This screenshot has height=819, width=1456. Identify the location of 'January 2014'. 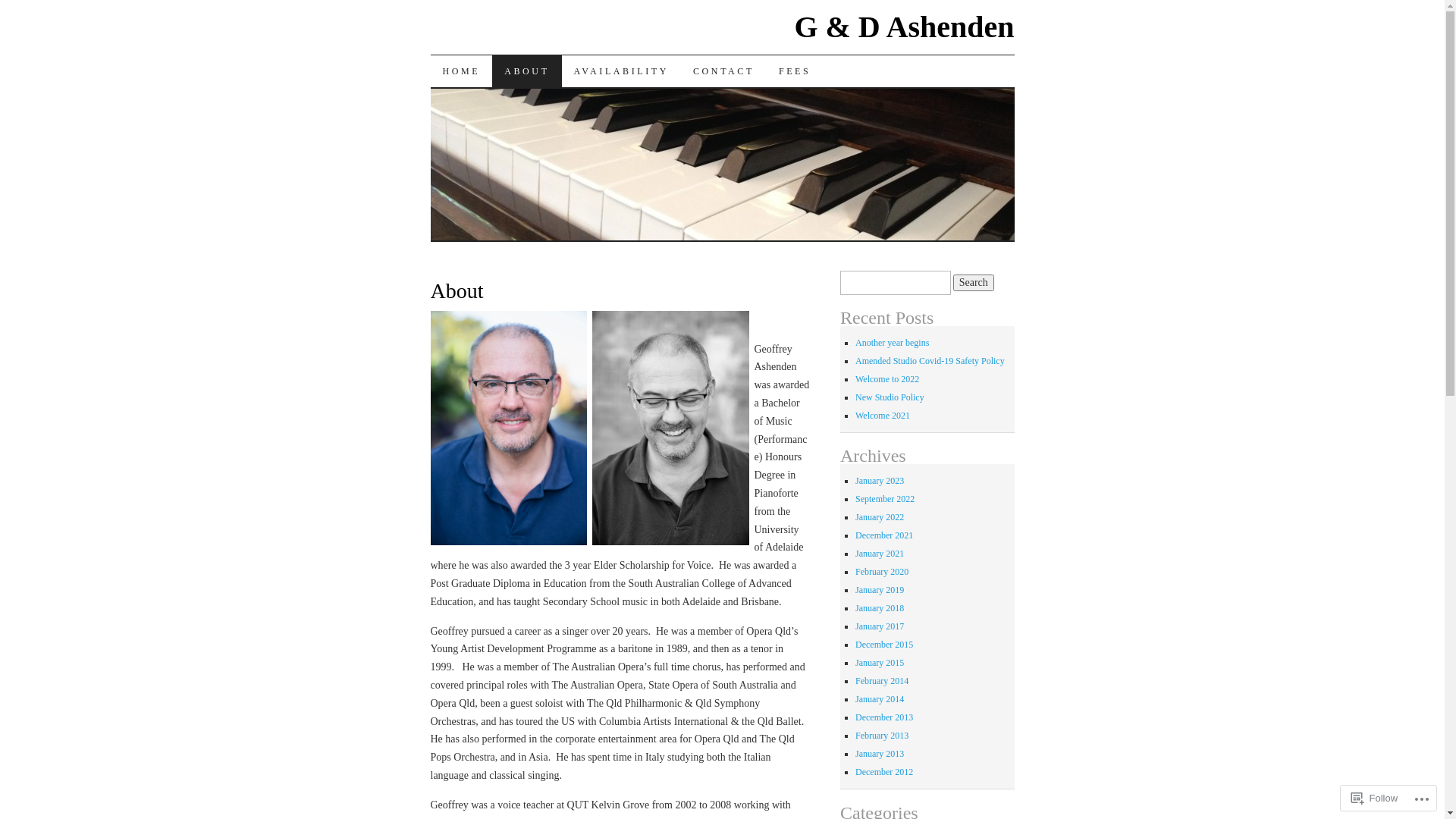
(880, 698).